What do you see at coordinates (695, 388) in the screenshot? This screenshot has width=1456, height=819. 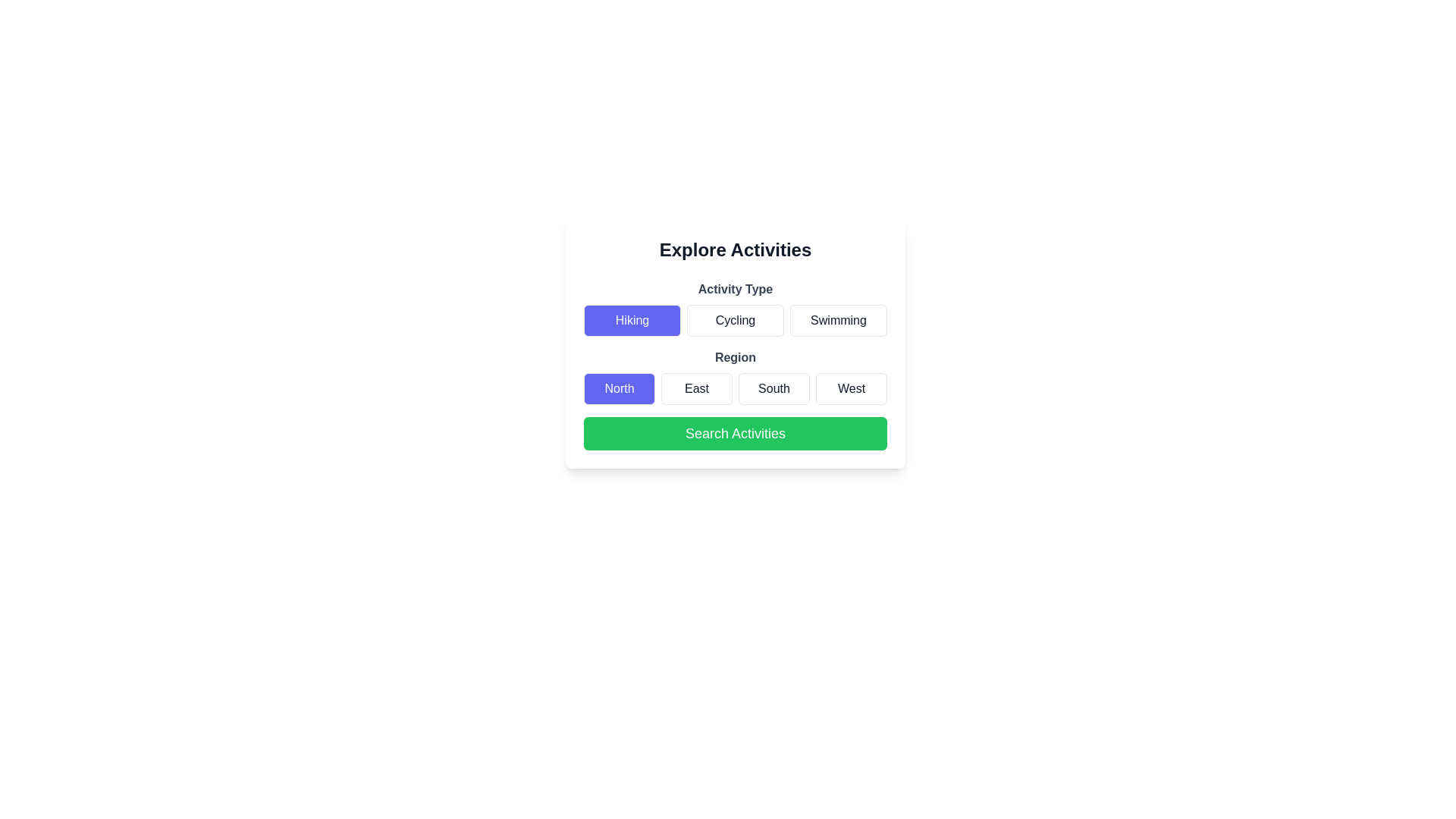 I see `the 'East' button, which is the second button in a row of four within the 'Region' section of a grid layout` at bounding box center [695, 388].